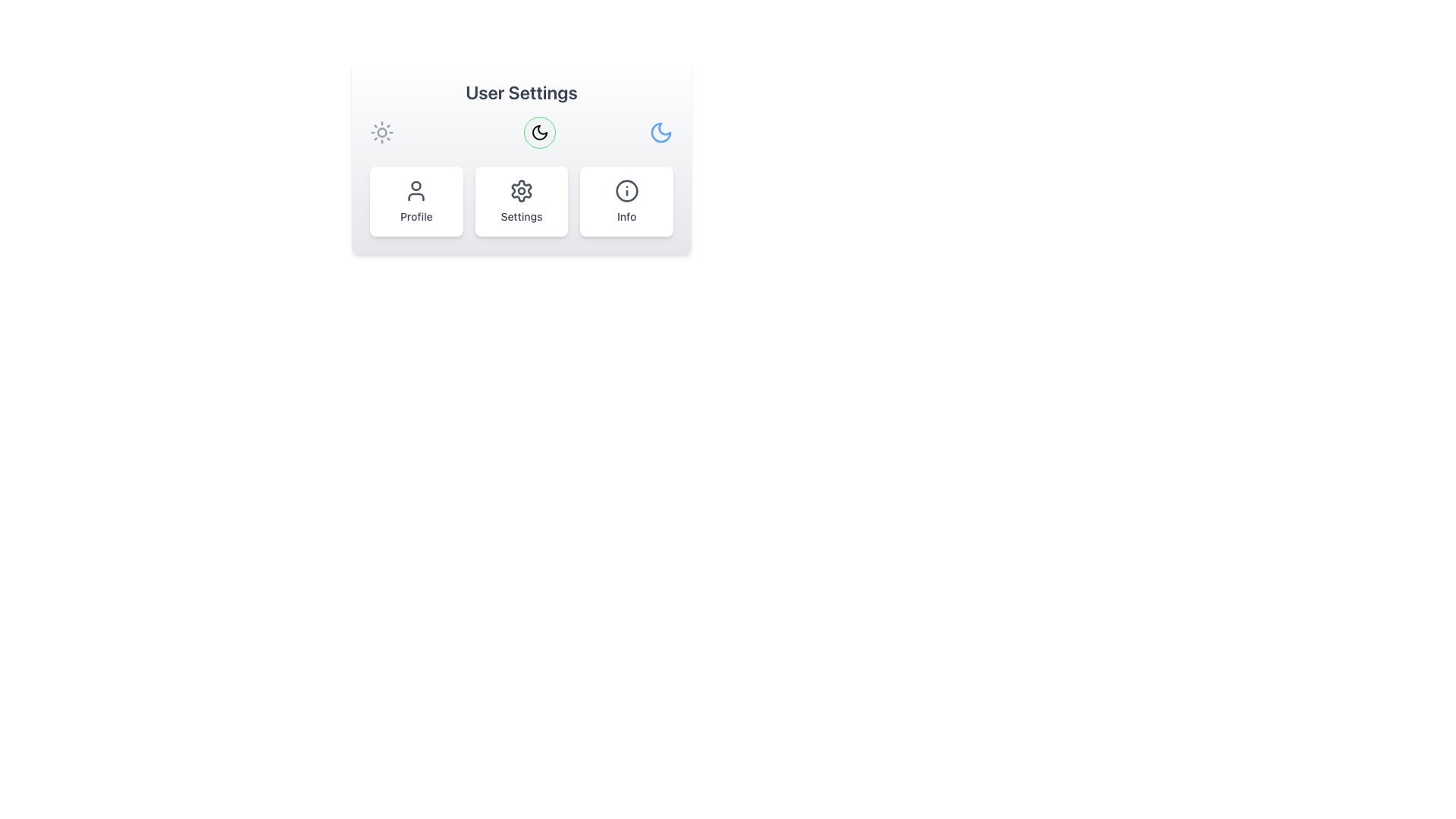 The width and height of the screenshot is (1456, 819). What do you see at coordinates (521, 201) in the screenshot?
I see `the 'Settings' button located centrally in the 'User Settings' section of the interface` at bounding box center [521, 201].